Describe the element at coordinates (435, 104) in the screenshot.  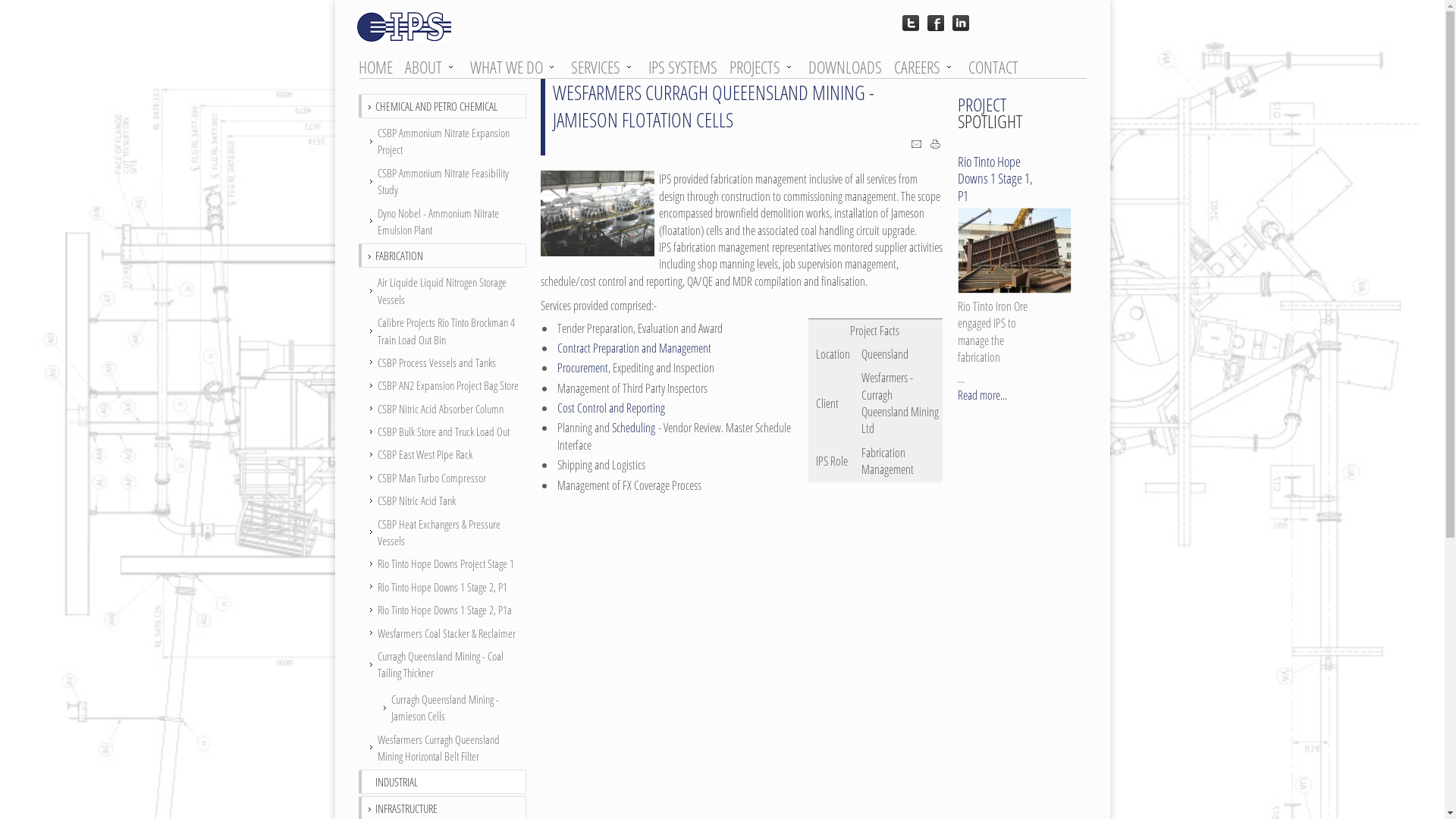
I see `'CHEMICAL AND PETRO CHEMICAL'` at that location.